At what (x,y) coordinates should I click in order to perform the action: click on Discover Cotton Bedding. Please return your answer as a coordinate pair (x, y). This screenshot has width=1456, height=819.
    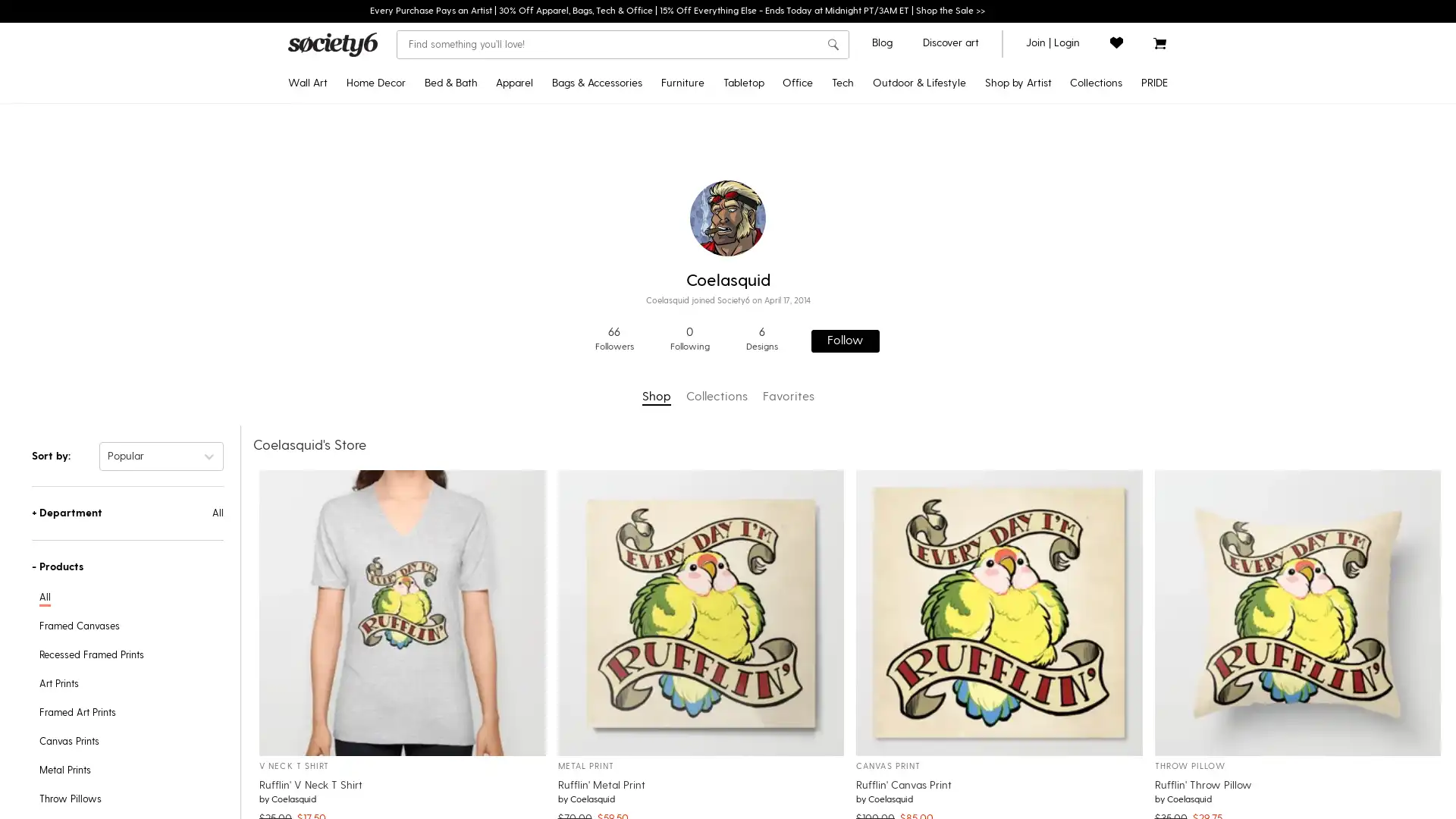
    Looking at the image, I should click on (1040, 391).